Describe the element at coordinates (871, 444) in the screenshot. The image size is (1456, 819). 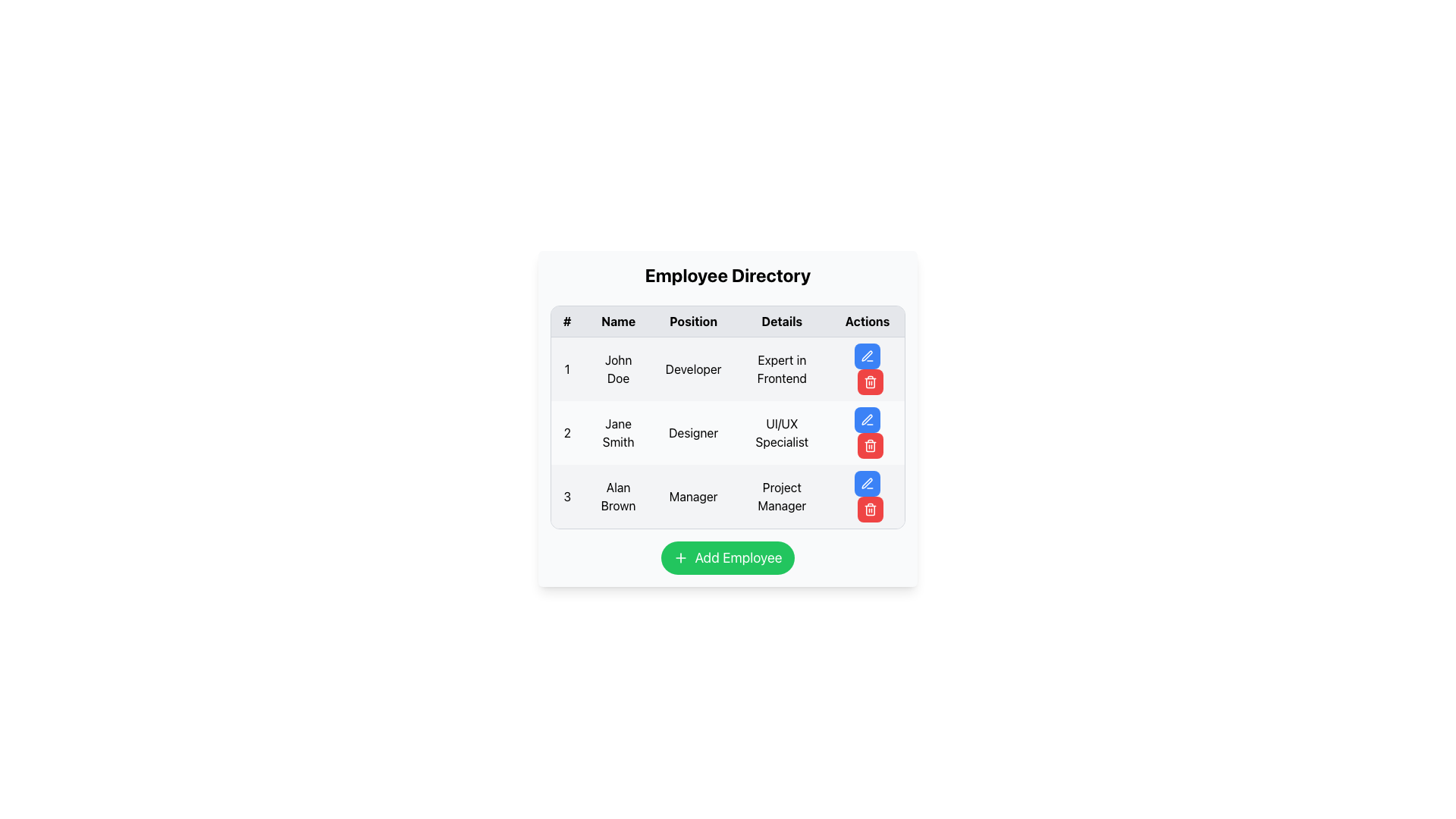
I see `the small red trash can icon button in the 'Actions' column of the 'Employee Directory' table` at that location.